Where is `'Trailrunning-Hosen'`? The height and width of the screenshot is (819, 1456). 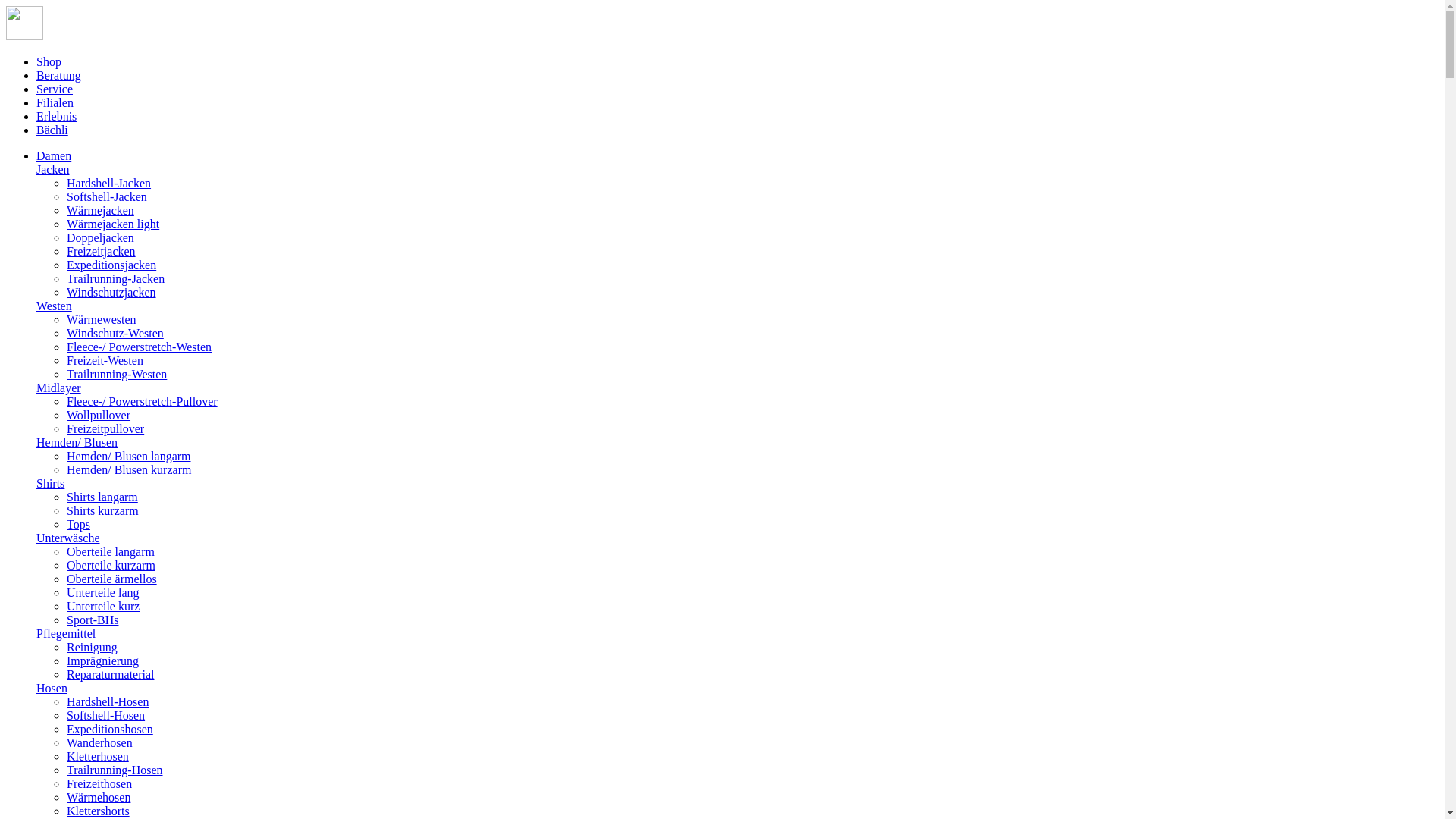
'Trailrunning-Hosen' is located at coordinates (114, 770).